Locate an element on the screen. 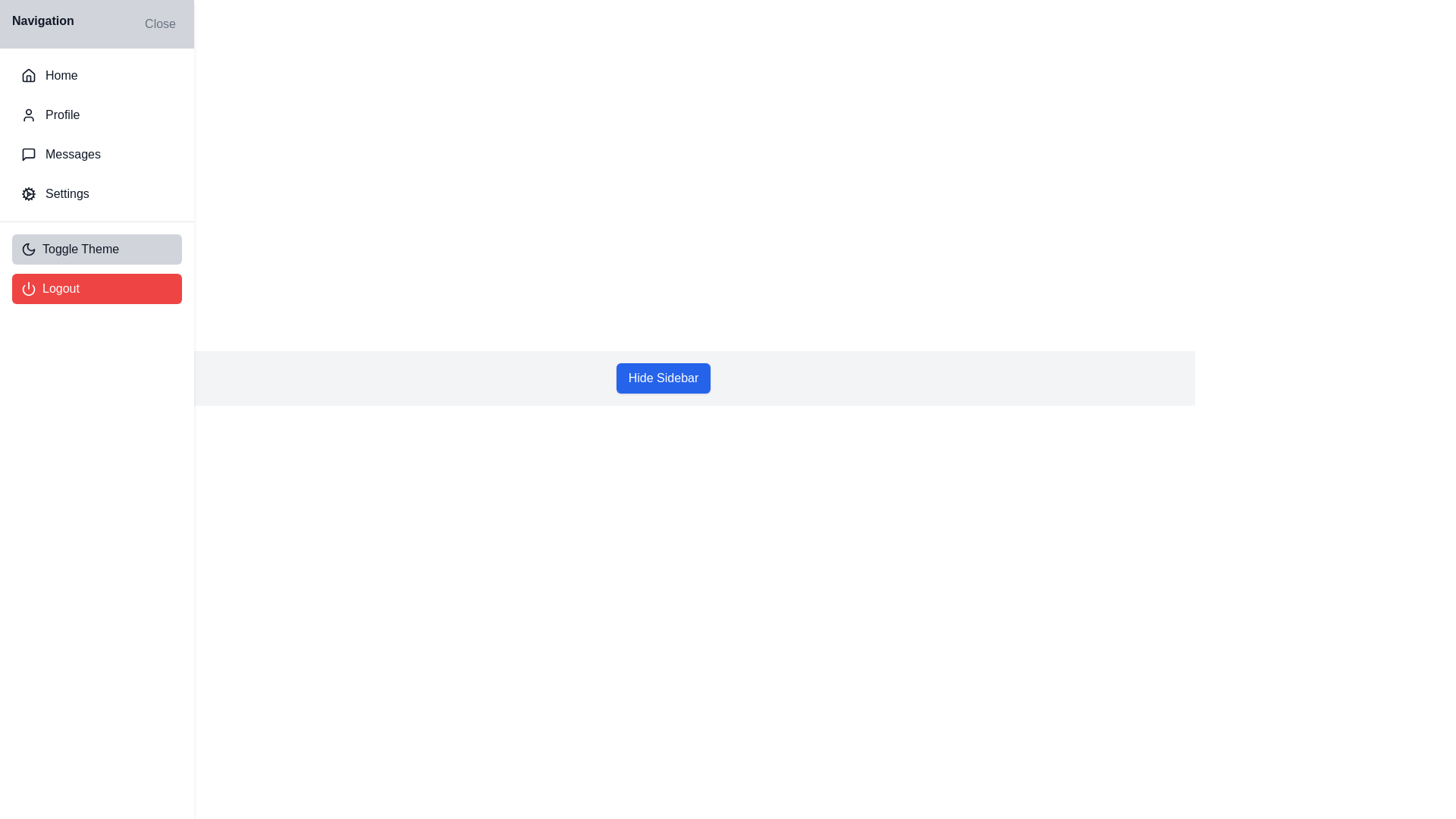 This screenshot has height=819, width=1456. the 'Home' navigation icon located at the top of the sidebar menu is located at coordinates (29, 75).